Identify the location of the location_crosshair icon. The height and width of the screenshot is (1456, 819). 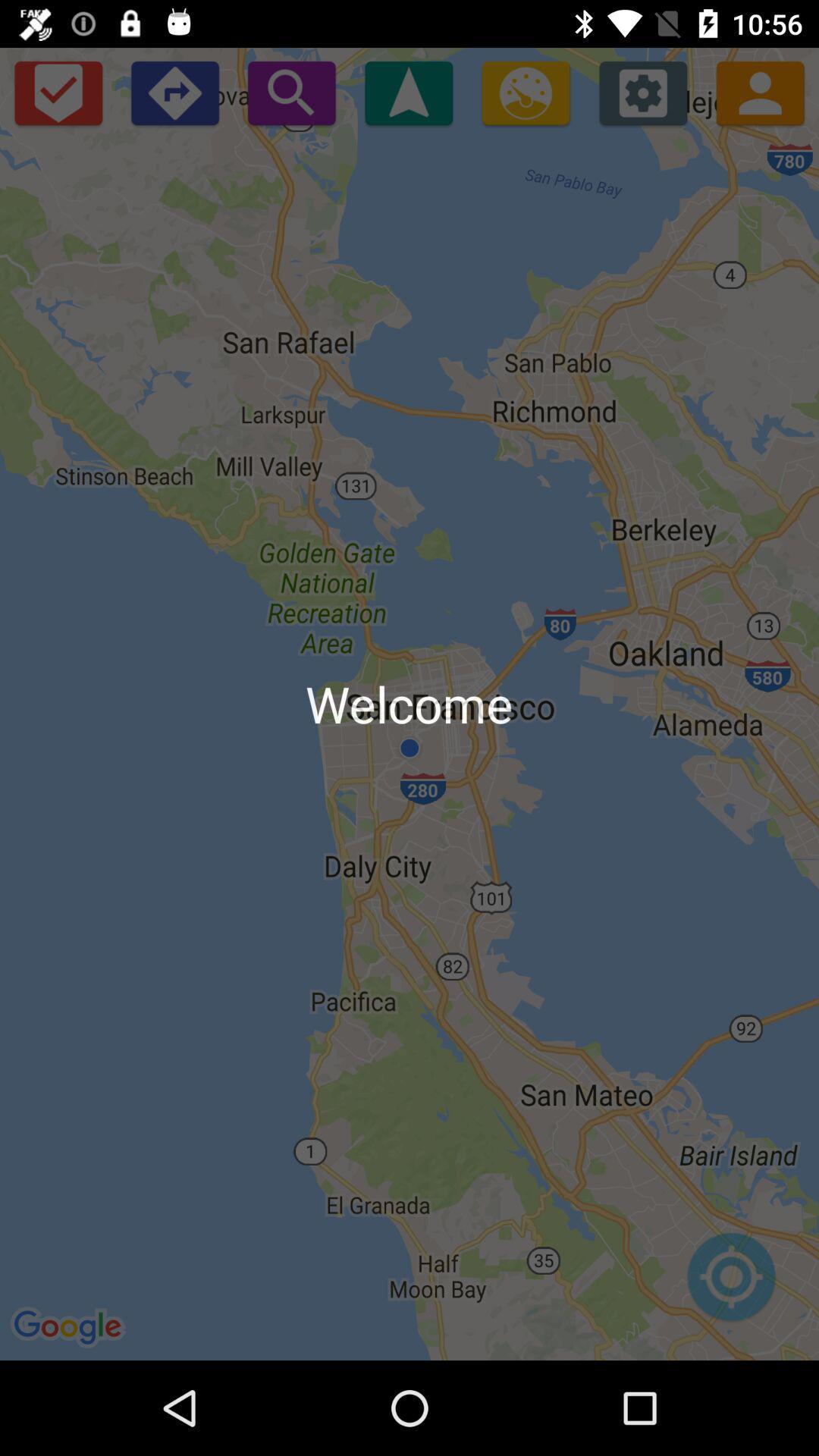
(730, 1284).